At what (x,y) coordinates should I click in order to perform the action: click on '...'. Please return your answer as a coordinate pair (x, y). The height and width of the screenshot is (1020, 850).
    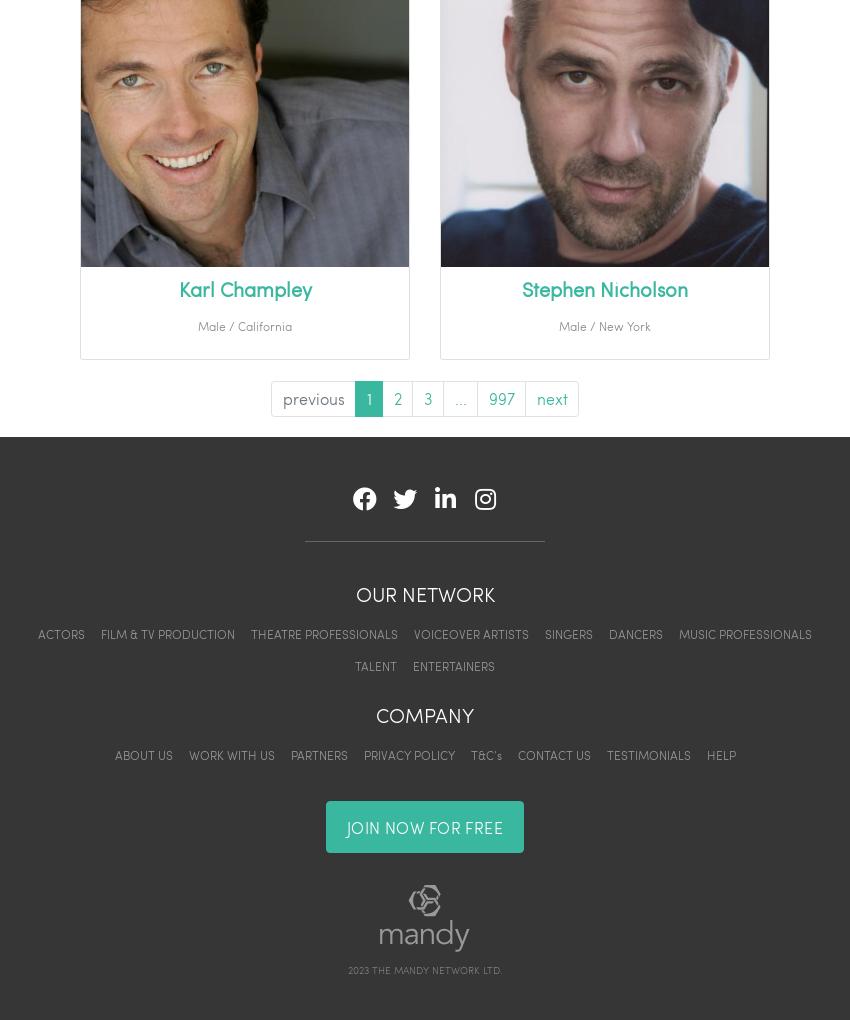
    Looking at the image, I should click on (459, 398).